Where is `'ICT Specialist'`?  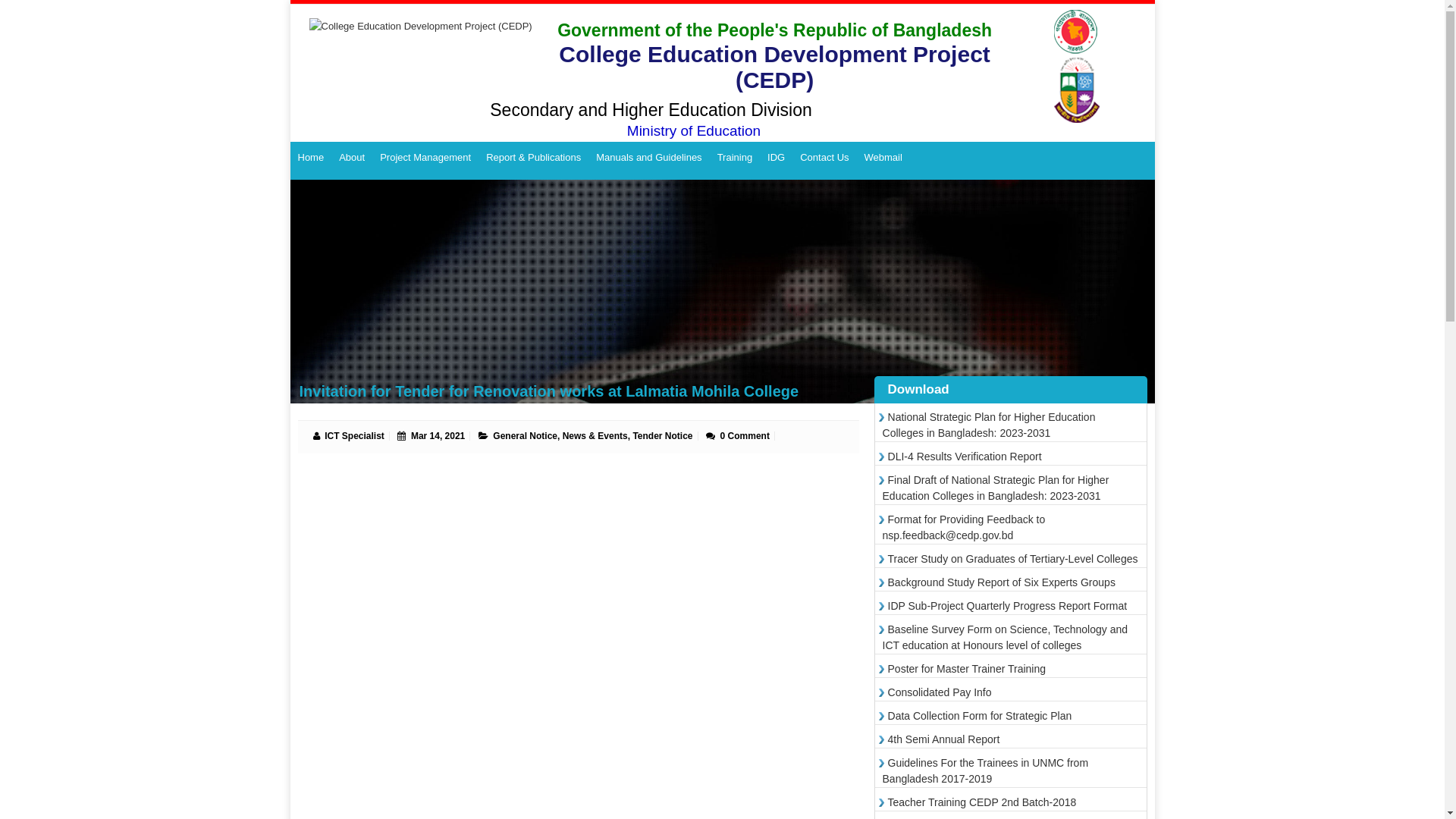 'ICT Specialist' is located at coordinates (323, 435).